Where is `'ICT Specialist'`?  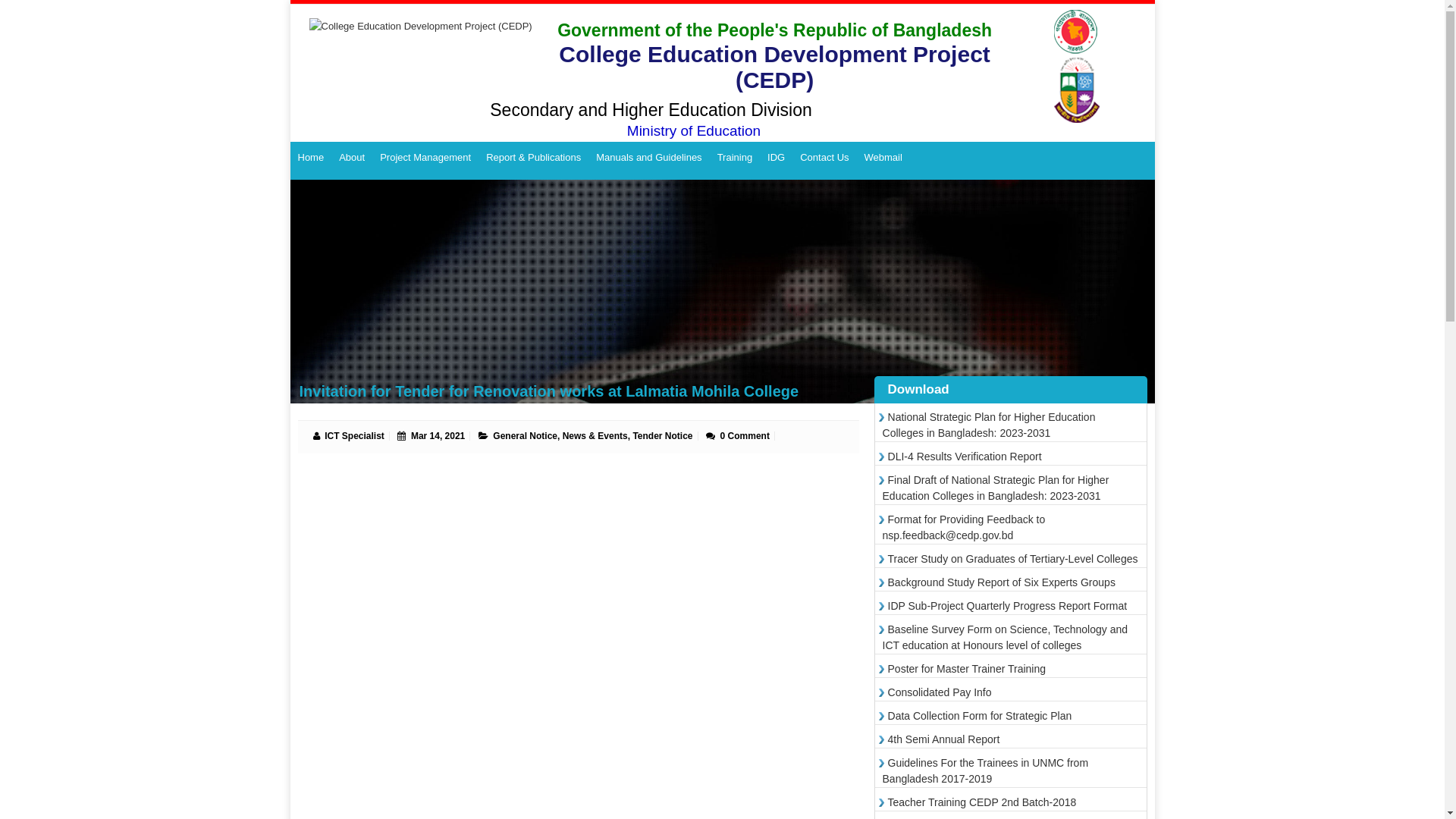 'ICT Specialist' is located at coordinates (323, 435).